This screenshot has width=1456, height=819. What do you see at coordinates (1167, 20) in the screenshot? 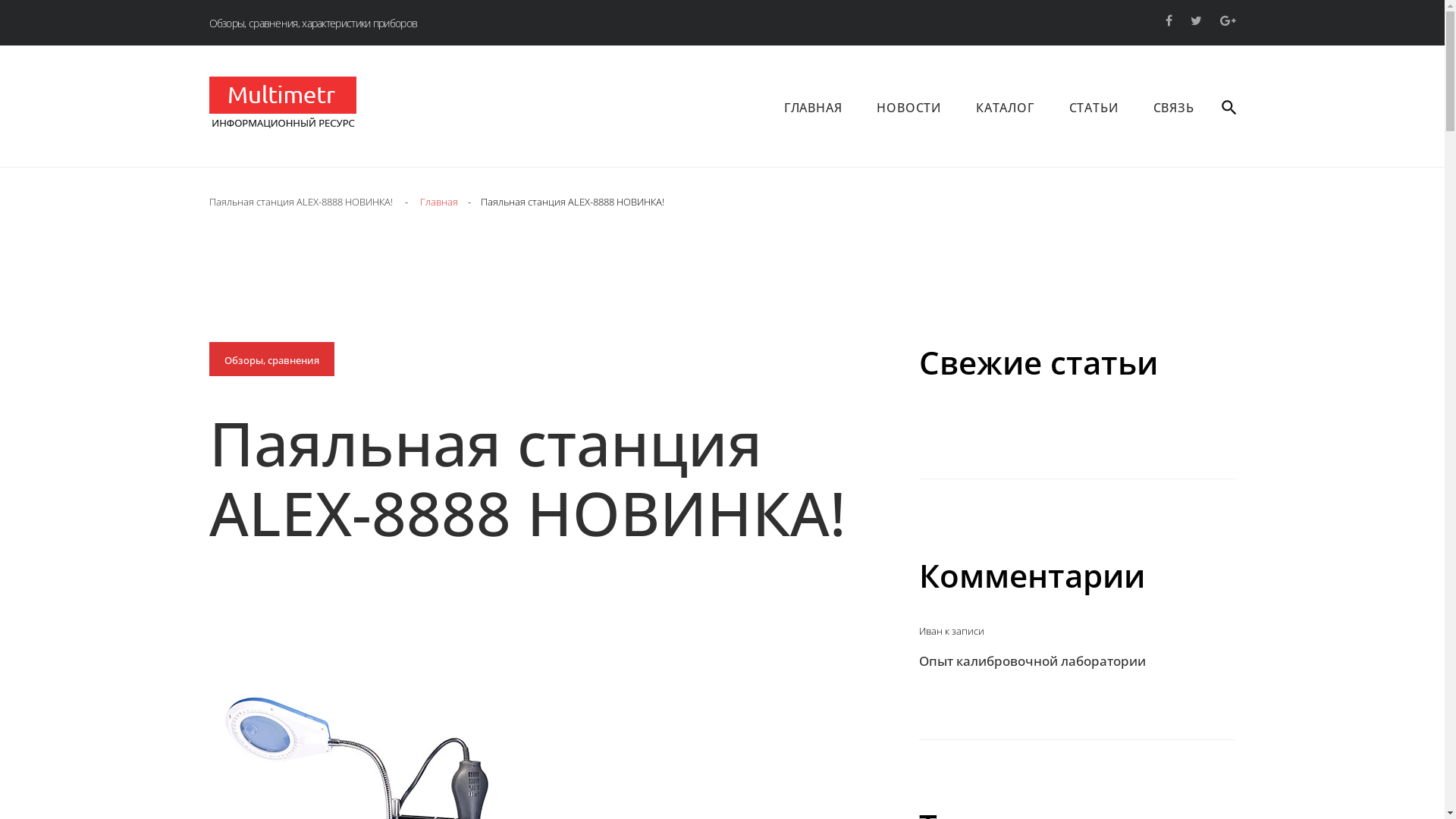
I see `'facebook'` at bounding box center [1167, 20].